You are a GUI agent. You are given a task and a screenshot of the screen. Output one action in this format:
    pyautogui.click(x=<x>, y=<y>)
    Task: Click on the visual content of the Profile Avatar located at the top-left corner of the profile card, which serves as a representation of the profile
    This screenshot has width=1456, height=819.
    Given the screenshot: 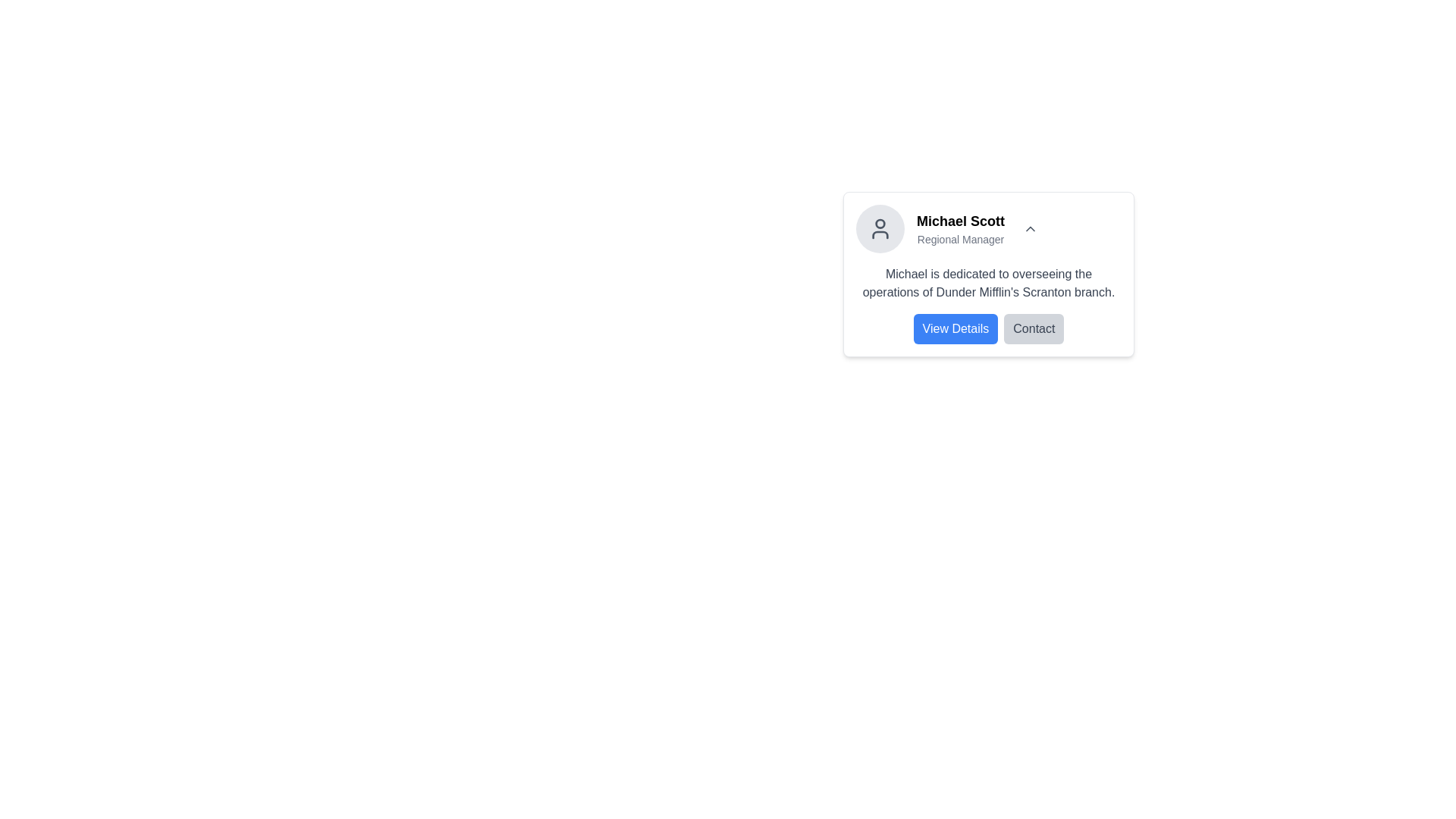 What is the action you would take?
    pyautogui.click(x=880, y=228)
    